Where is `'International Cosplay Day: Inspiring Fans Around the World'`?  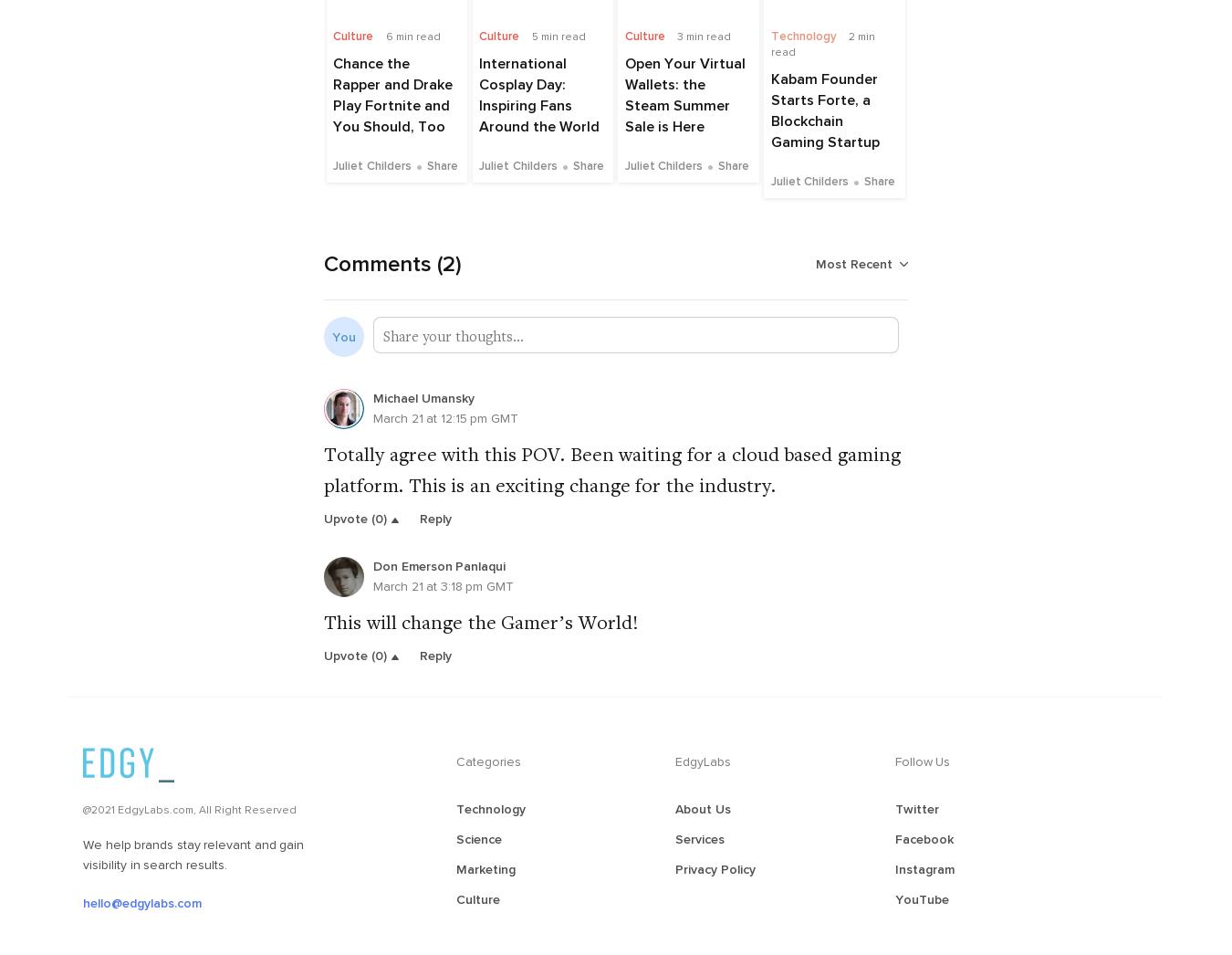 'International Cosplay Day: Inspiring Fans Around the World' is located at coordinates (541, 103).